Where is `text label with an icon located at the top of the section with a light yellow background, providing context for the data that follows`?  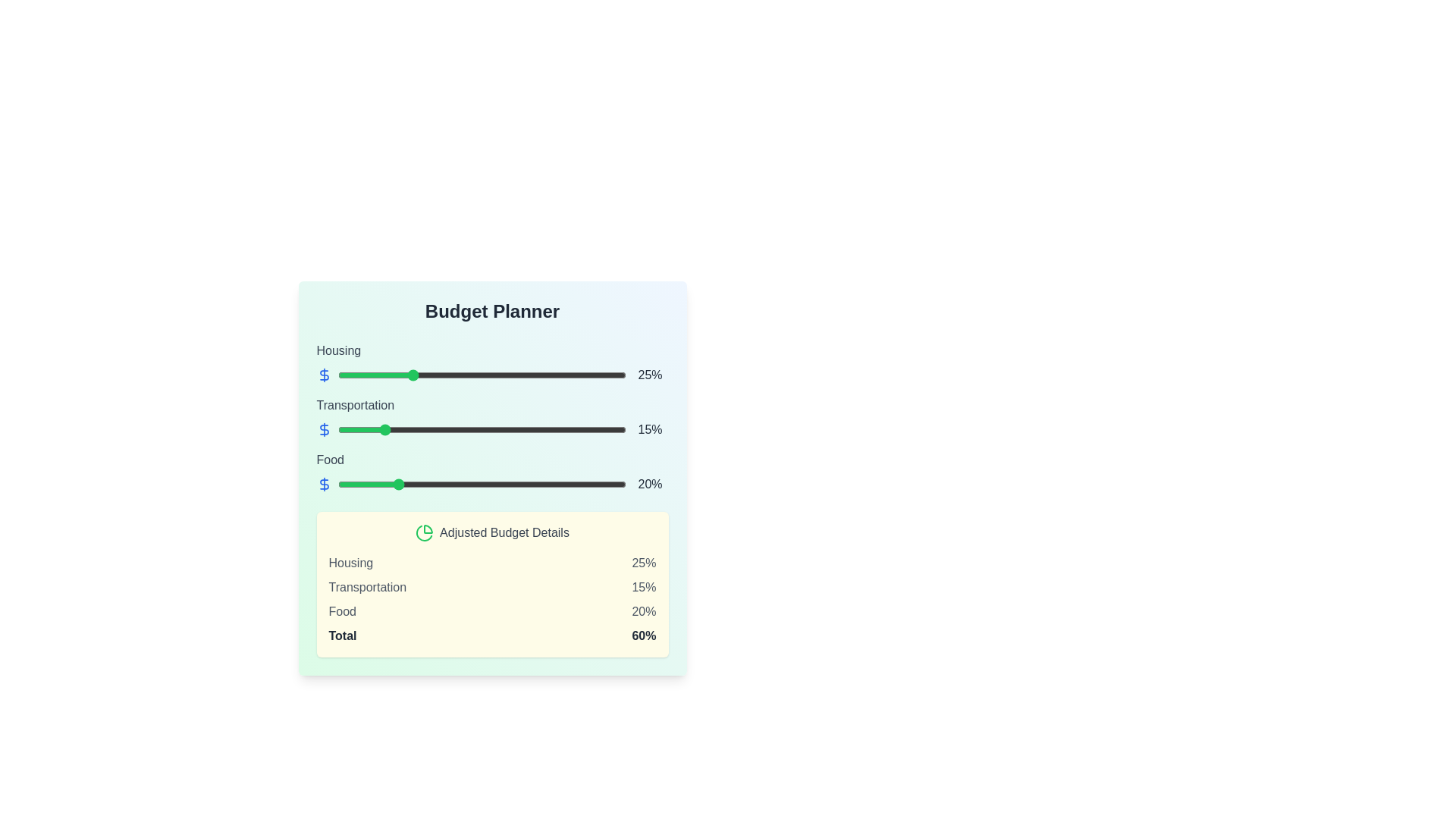 text label with an icon located at the top of the section with a light yellow background, providing context for the data that follows is located at coordinates (492, 532).